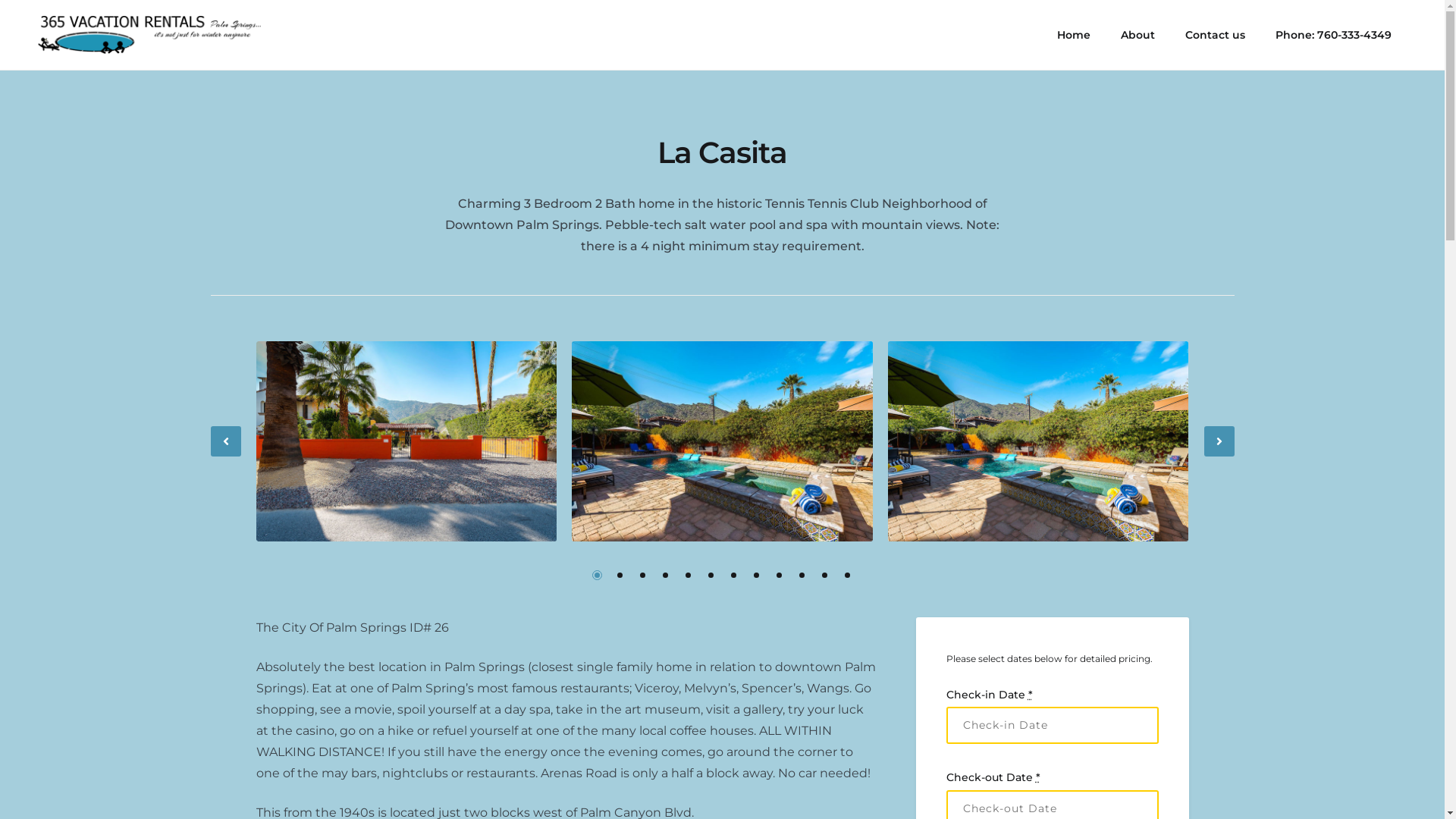  What do you see at coordinates (846, 575) in the screenshot?
I see `'12'` at bounding box center [846, 575].